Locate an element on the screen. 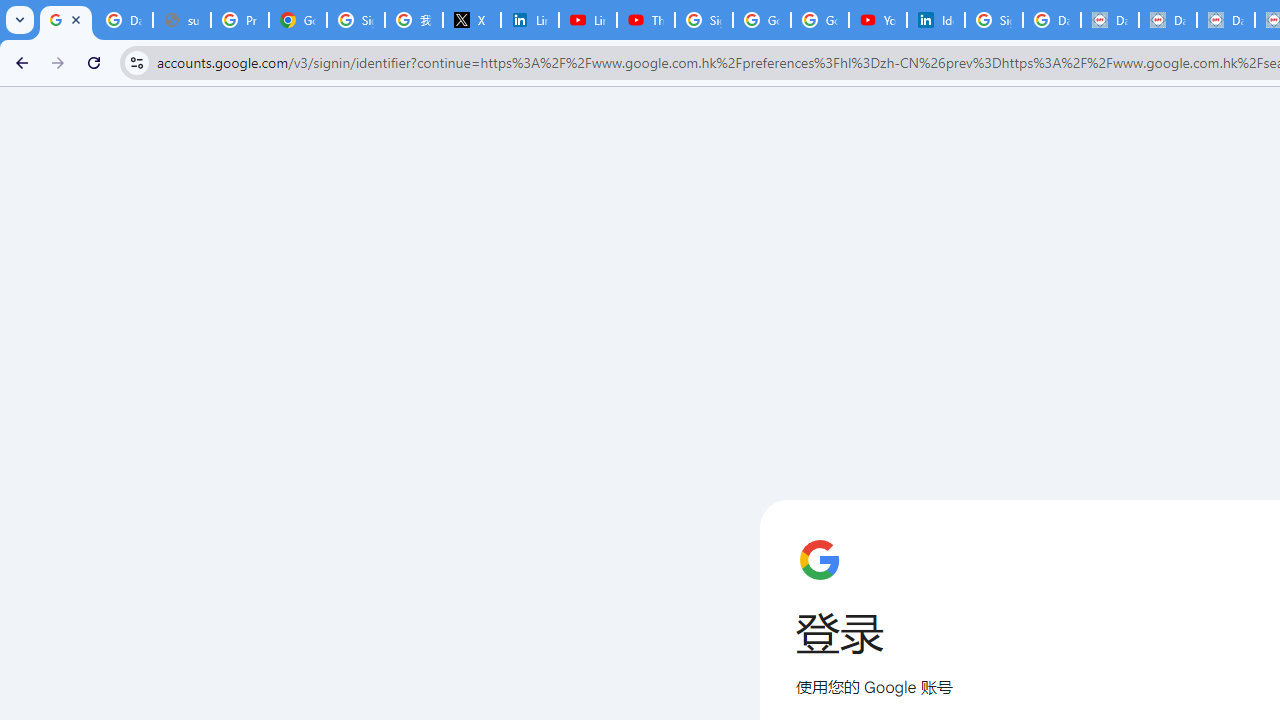 The image size is (1280, 720). 'support.google.com - Network error' is located at coordinates (181, 20).